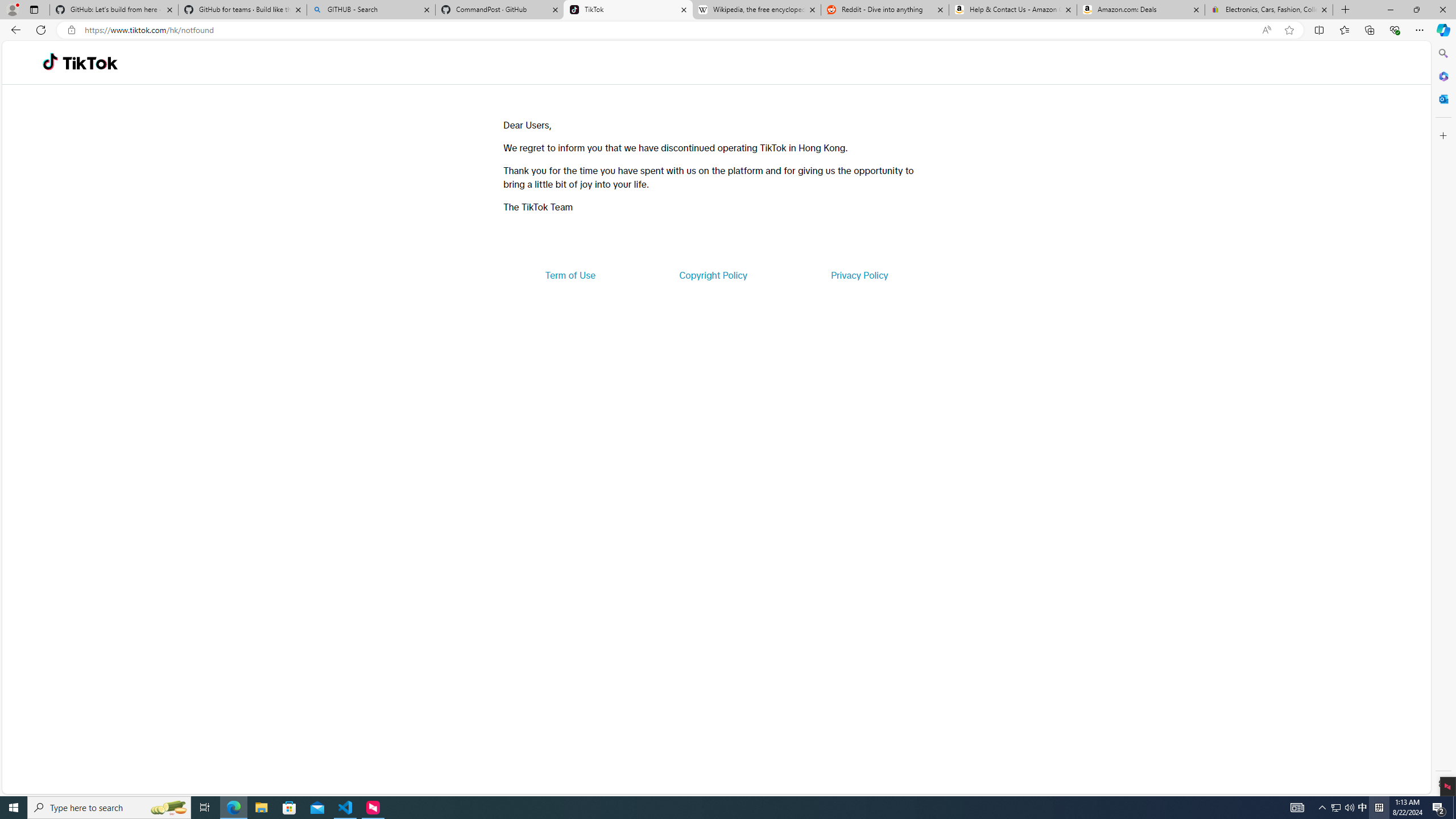 Image resolution: width=1456 pixels, height=819 pixels. Describe the element at coordinates (712, 274) in the screenshot. I see `'Copyright Policy'` at that location.